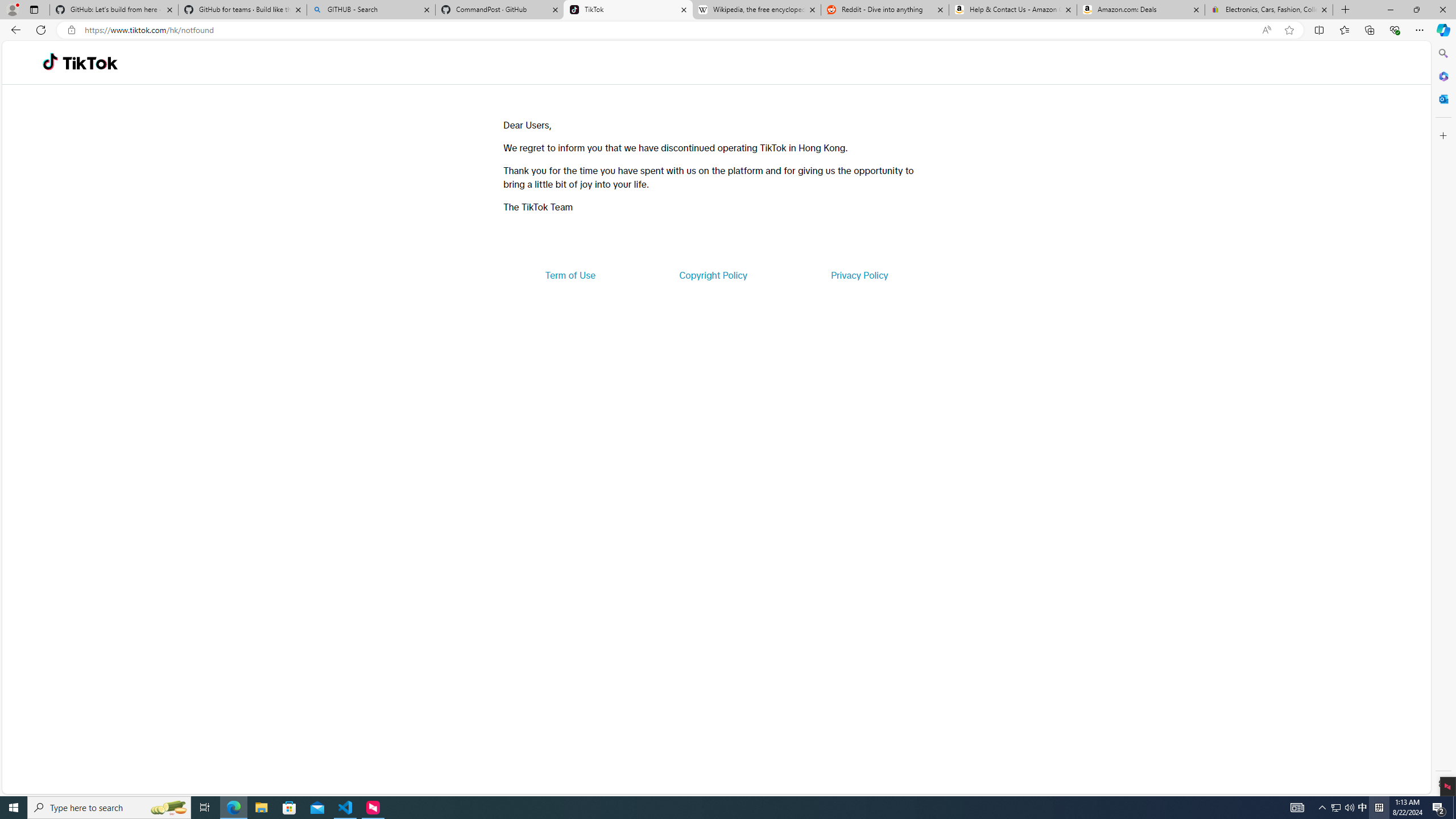 Image resolution: width=1456 pixels, height=819 pixels. Describe the element at coordinates (712, 274) in the screenshot. I see `'Copyright Policy'` at that location.